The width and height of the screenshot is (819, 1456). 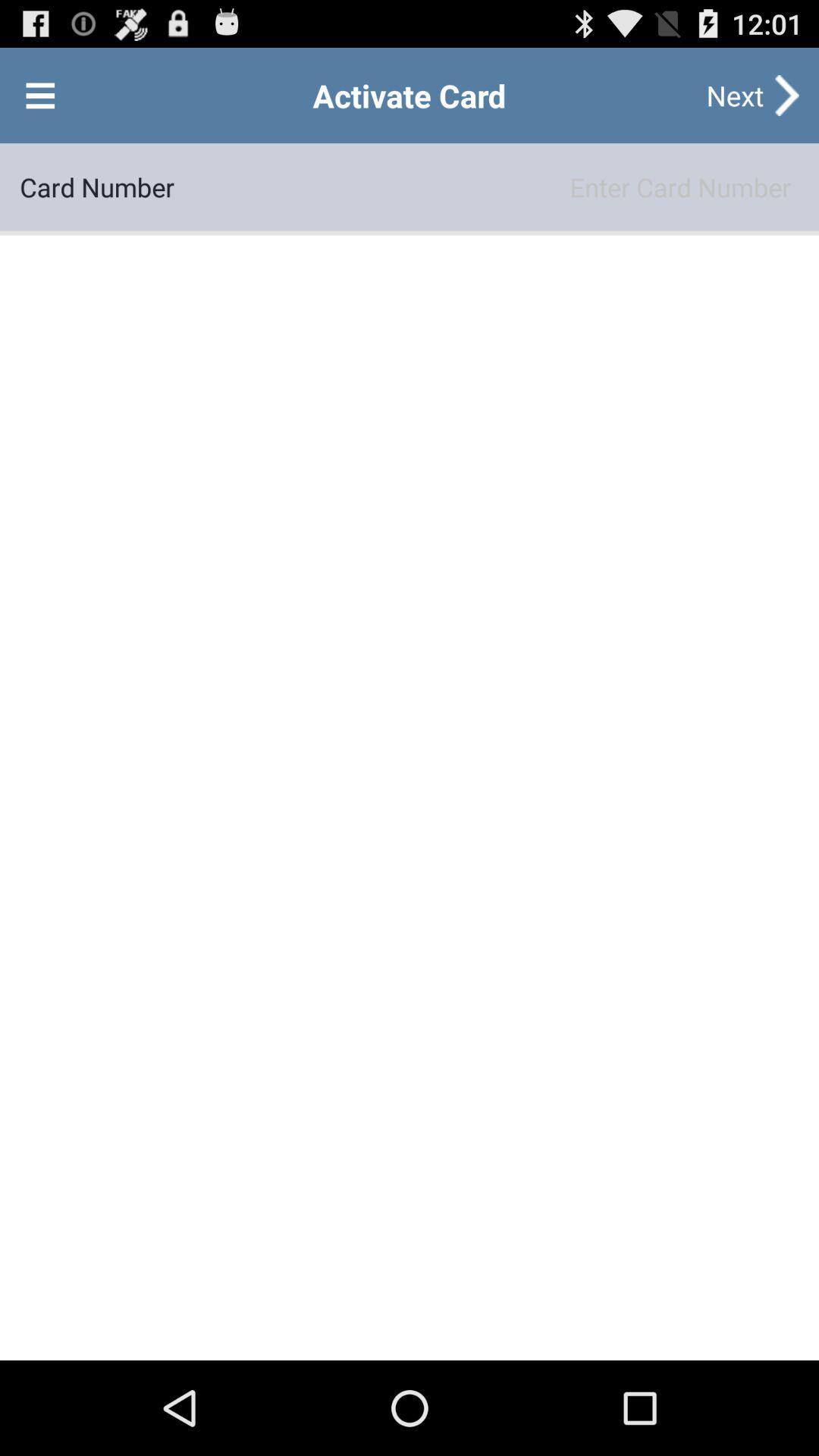 What do you see at coordinates (486, 186) in the screenshot?
I see `button below the next button` at bounding box center [486, 186].